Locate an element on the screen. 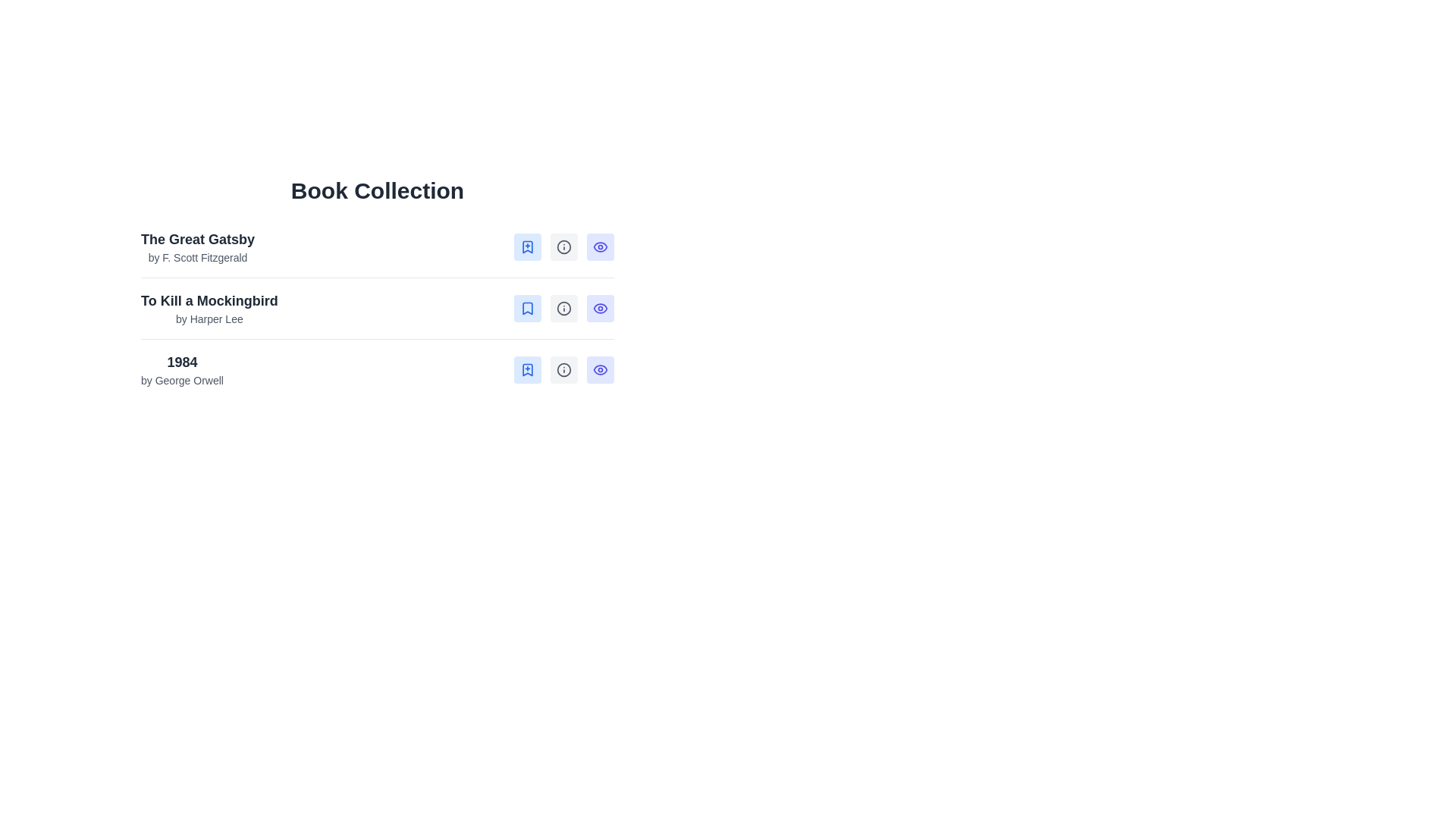  the 'Details' button icon located in the top row, right section of 'The Great Gatsby' entry, positioned between the bookmark icon and the view icon is located at coordinates (563, 246).